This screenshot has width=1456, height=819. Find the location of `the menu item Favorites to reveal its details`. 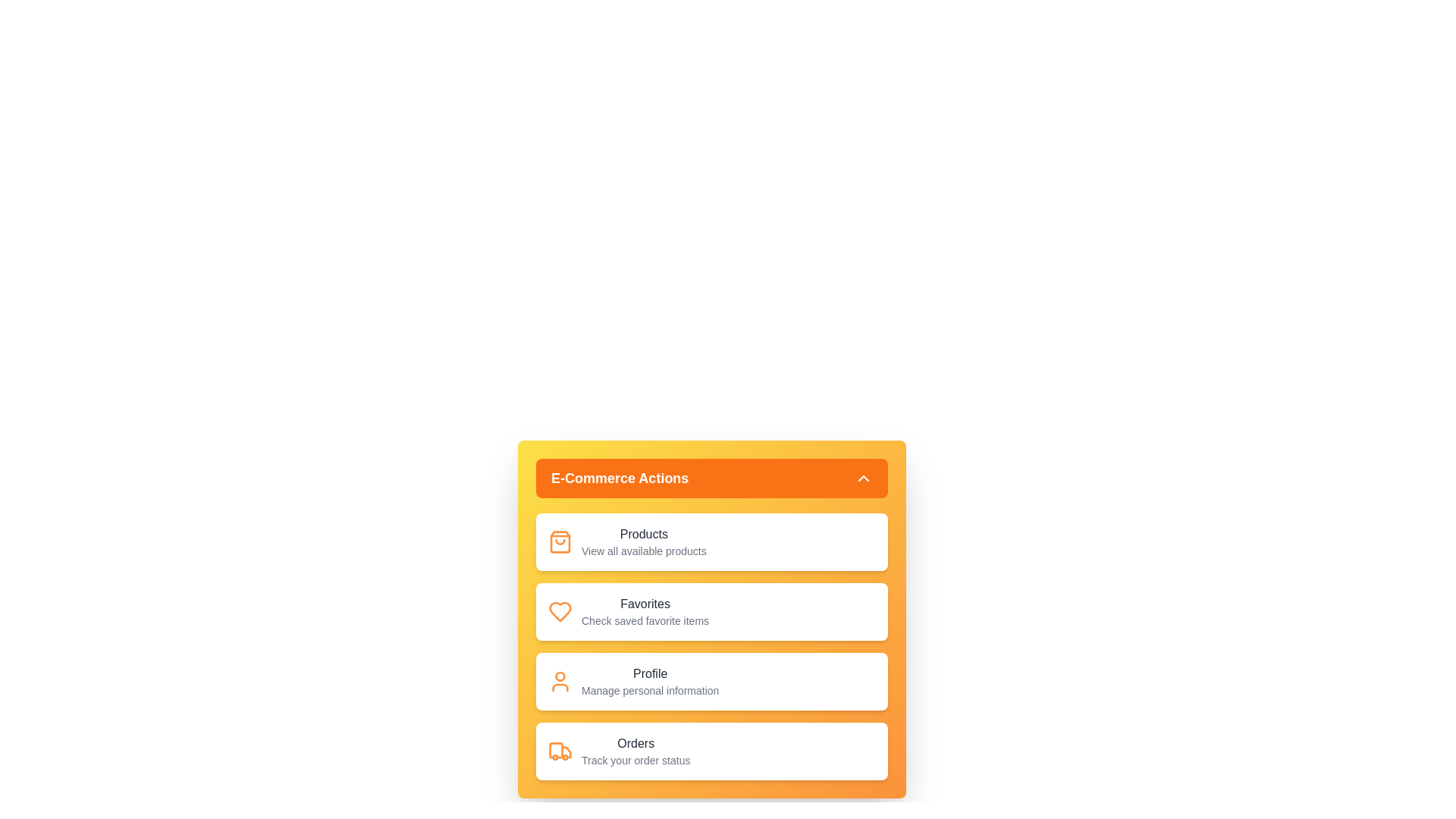

the menu item Favorites to reveal its details is located at coordinates (711, 610).